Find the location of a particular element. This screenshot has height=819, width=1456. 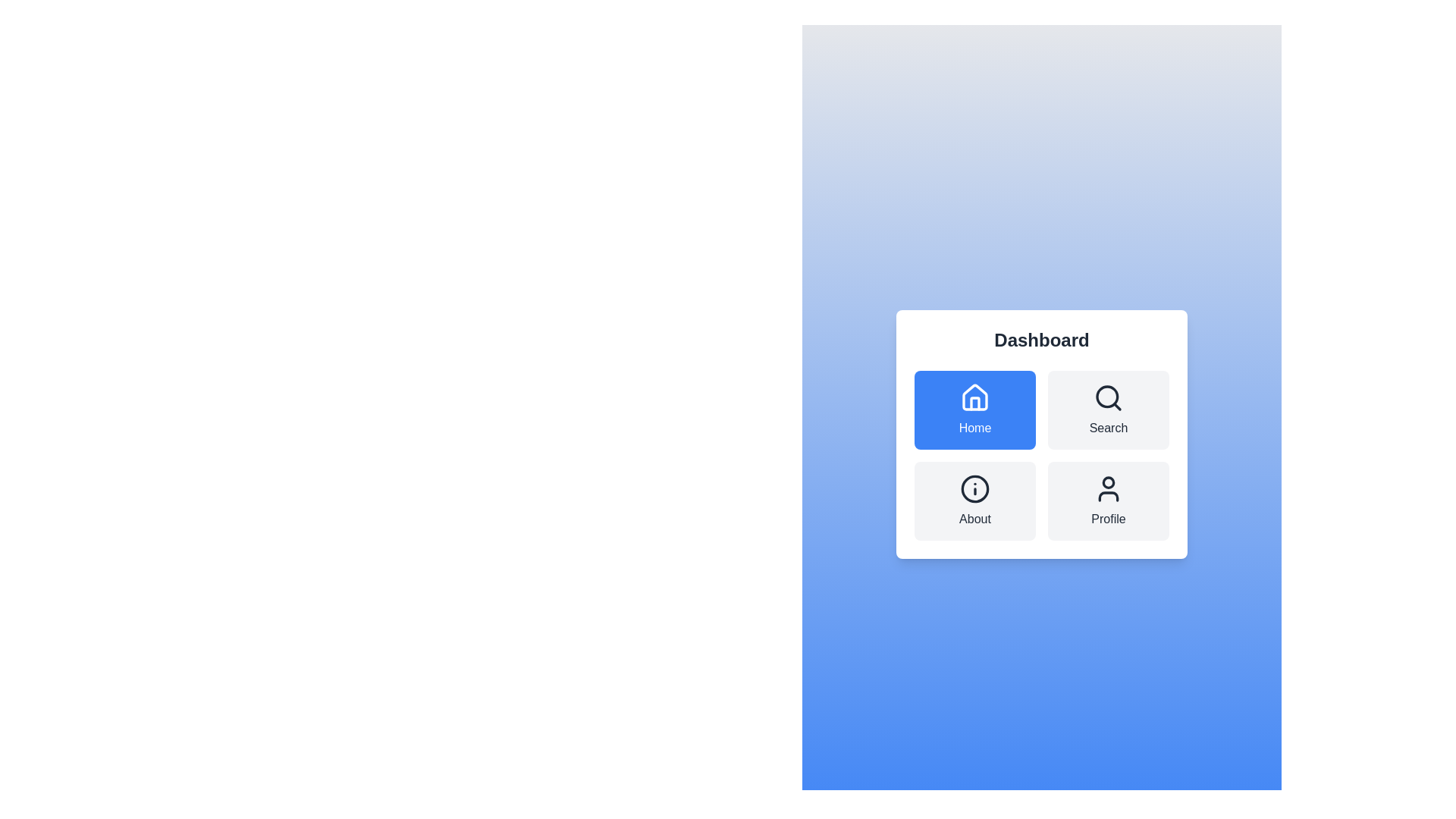

the 'Home' icon located in the top-left position of the button grid under the 'Dashboard' title is located at coordinates (975, 403).